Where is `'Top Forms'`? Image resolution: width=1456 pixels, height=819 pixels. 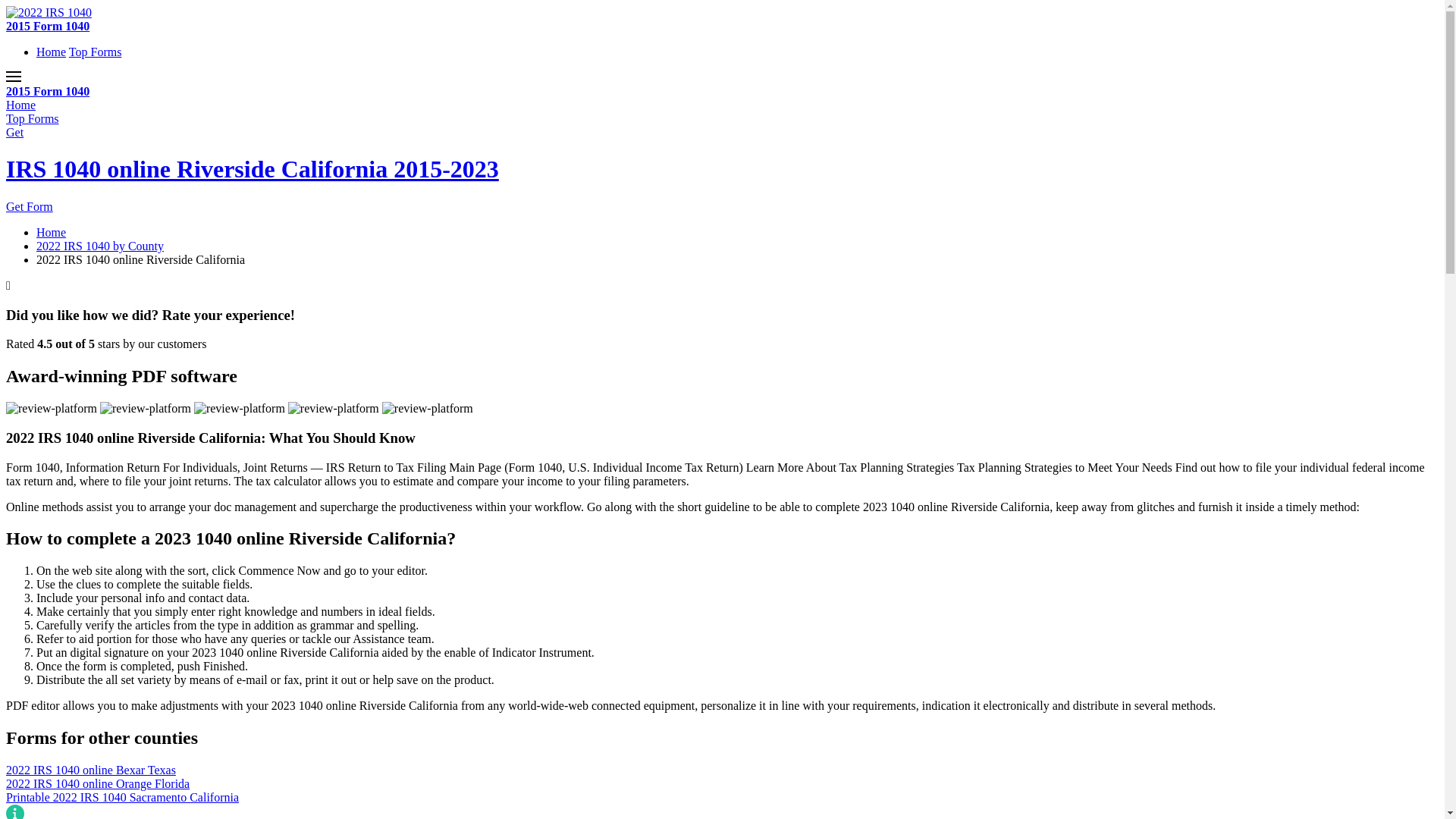
'Top Forms' is located at coordinates (94, 51).